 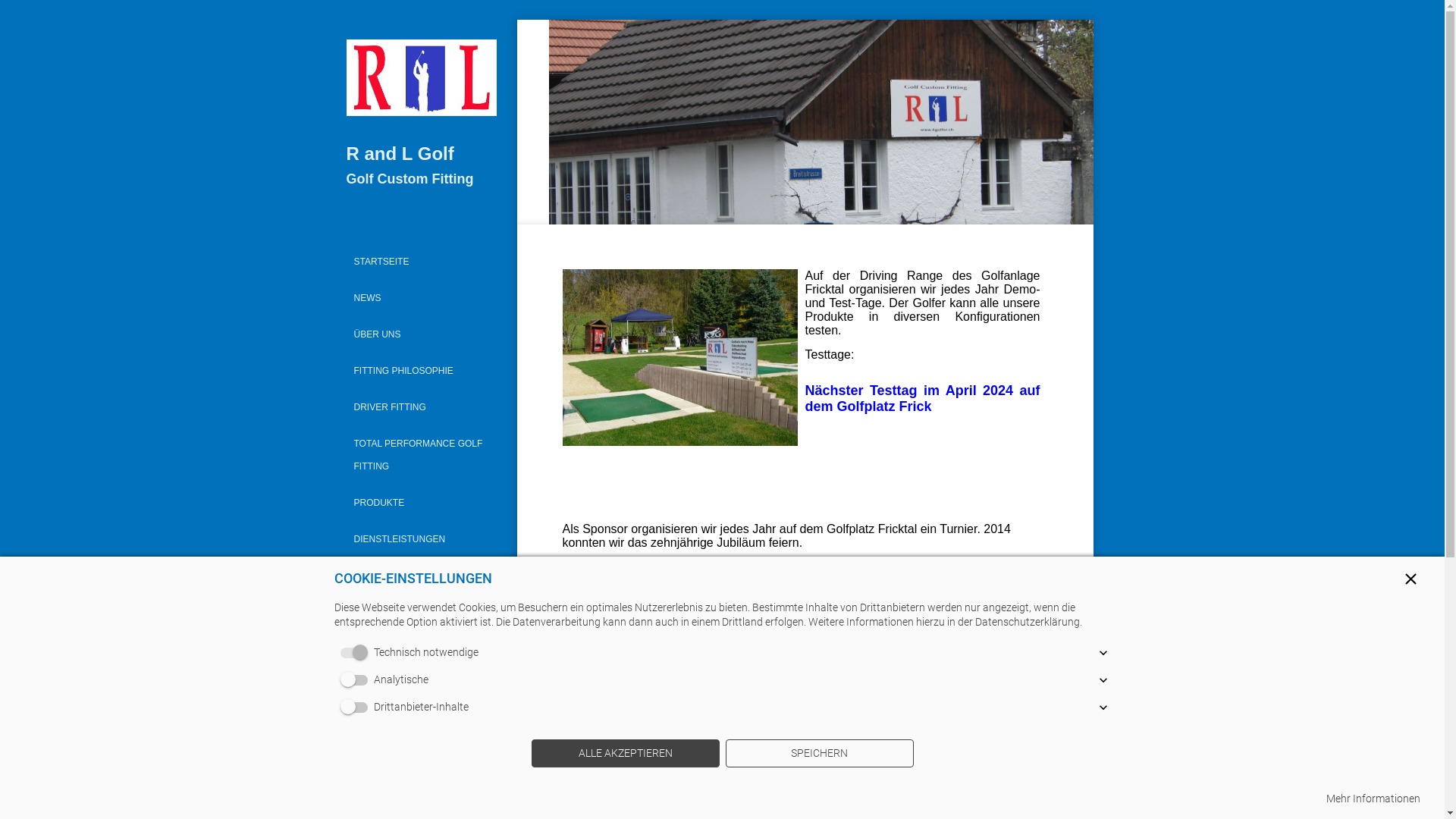 What do you see at coordinates (341, 503) in the screenshot?
I see `'PRODUKTE'` at bounding box center [341, 503].